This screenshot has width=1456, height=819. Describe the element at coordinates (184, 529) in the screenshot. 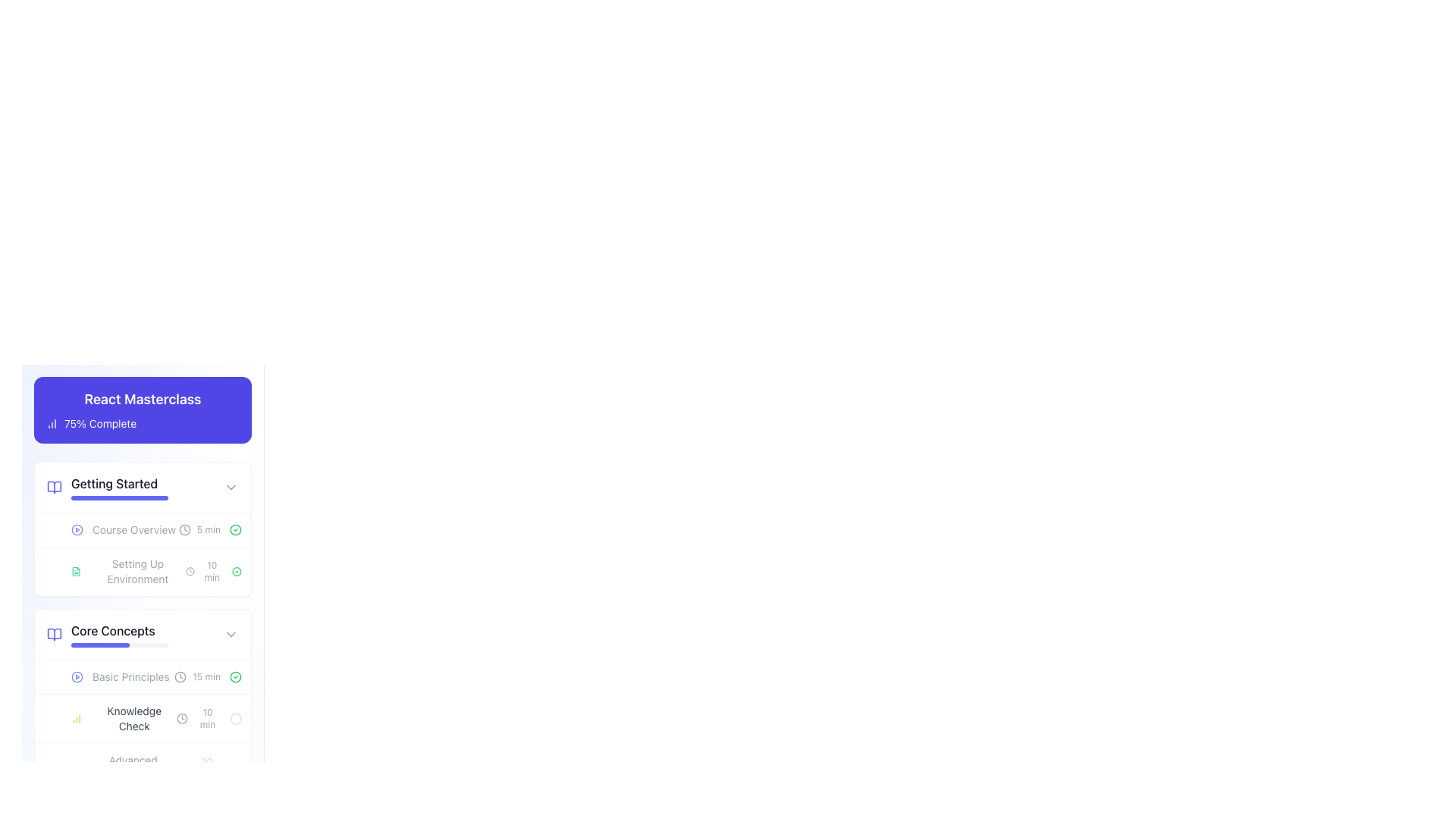

I see `the time indicator icon located in the 'Getting Started' section, which is directly to the left of the text '5 min'` at that location.